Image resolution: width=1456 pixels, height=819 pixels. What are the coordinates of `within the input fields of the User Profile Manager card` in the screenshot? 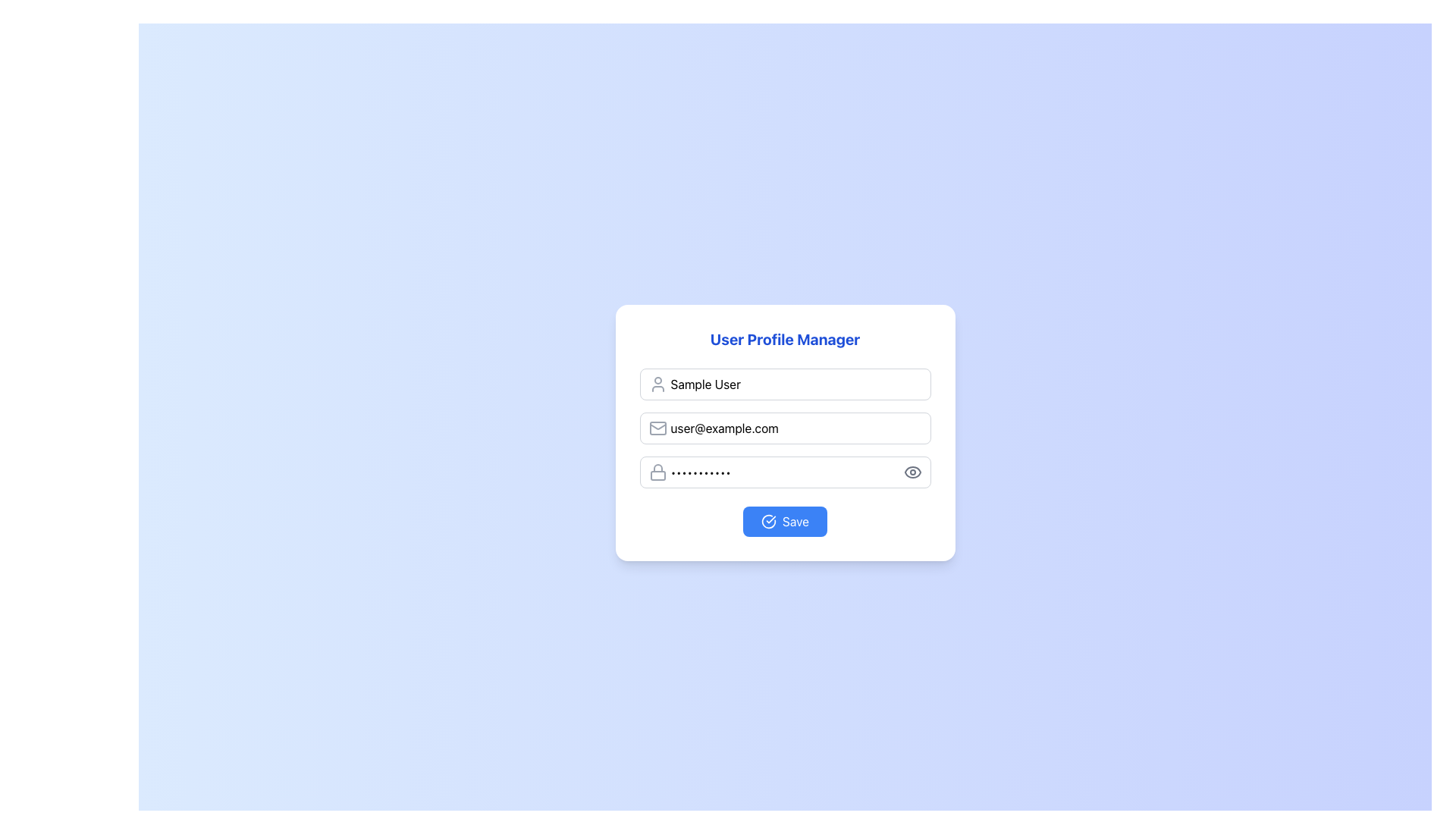 It's located at (785, 432).